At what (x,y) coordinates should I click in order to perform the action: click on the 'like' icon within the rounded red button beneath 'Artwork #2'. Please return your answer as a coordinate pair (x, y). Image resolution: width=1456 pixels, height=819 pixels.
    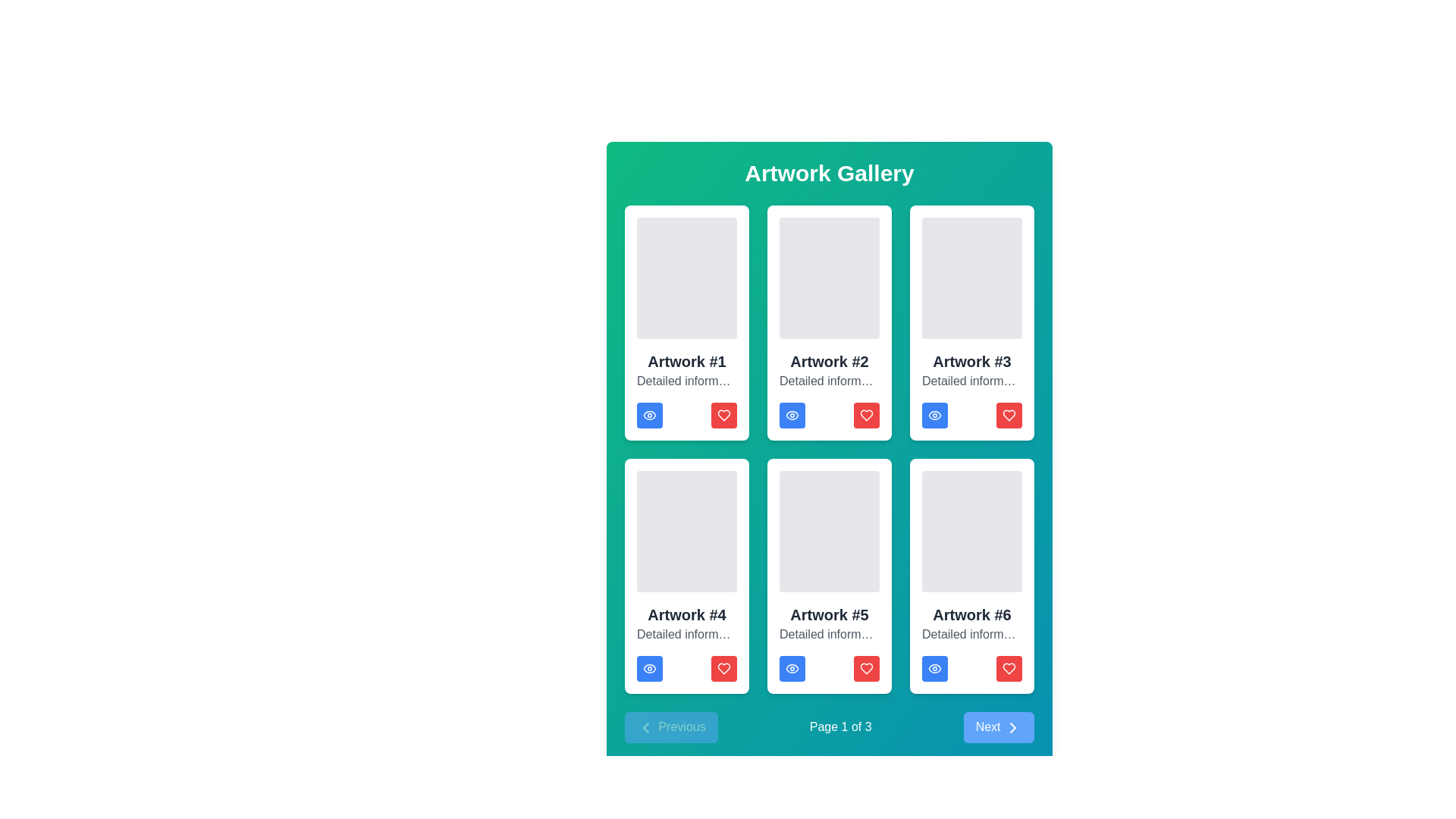
    Looking at the image, I should click on (866, 415).